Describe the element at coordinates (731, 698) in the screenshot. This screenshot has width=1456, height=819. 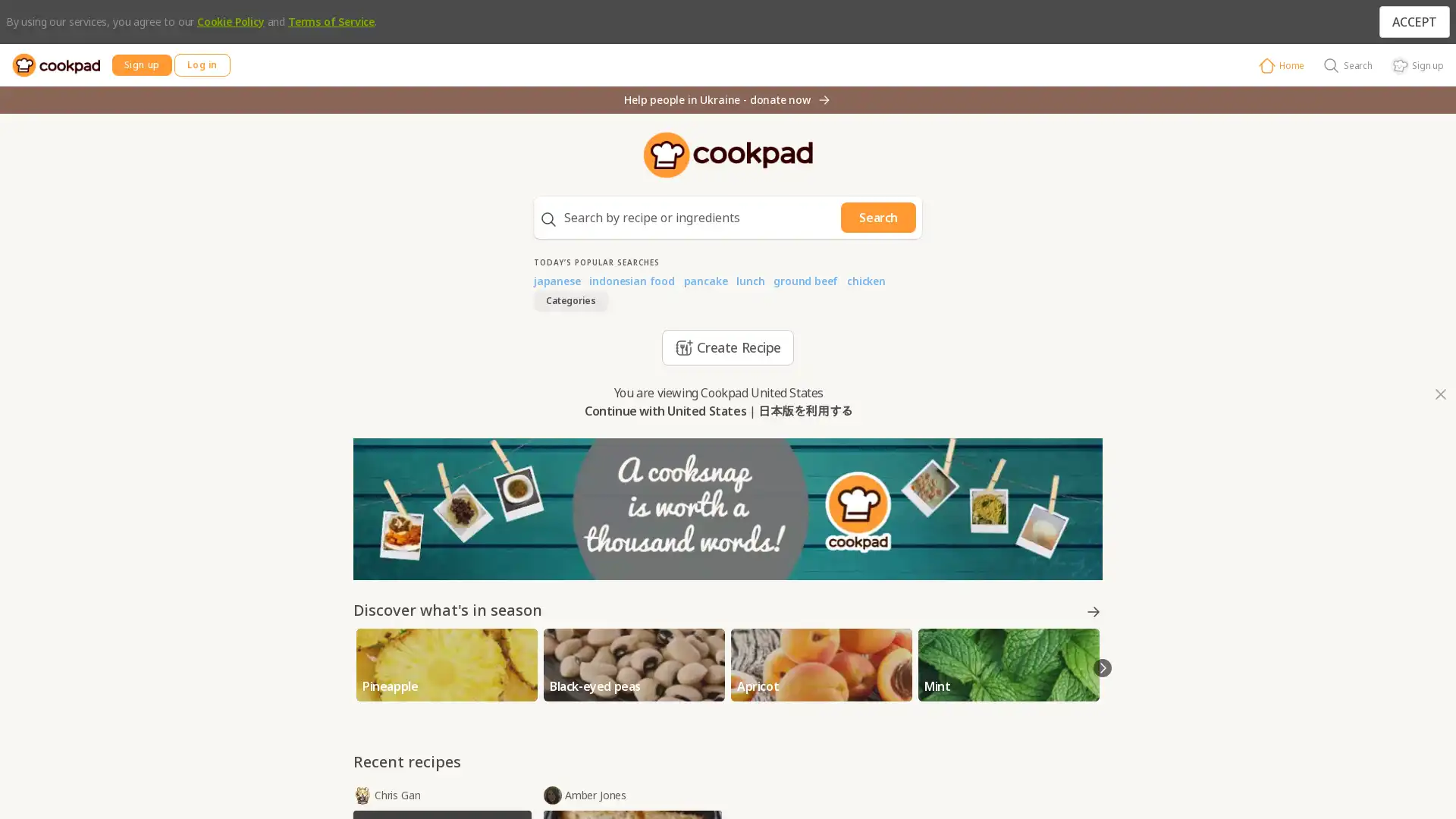
I see `Slide 2` at that location.